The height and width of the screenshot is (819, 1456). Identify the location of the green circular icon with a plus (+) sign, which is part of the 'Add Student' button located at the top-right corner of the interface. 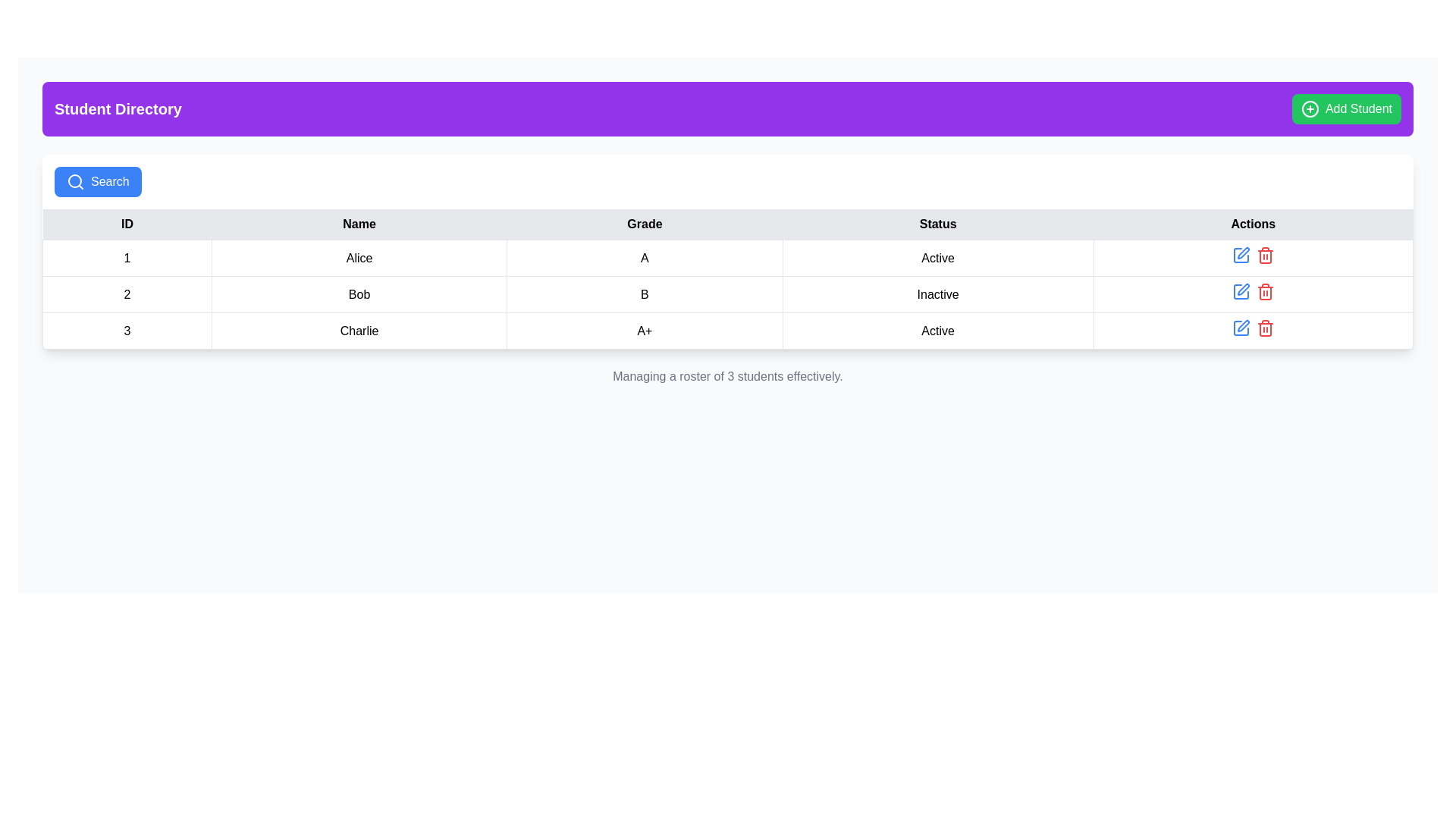
(1310, 108).